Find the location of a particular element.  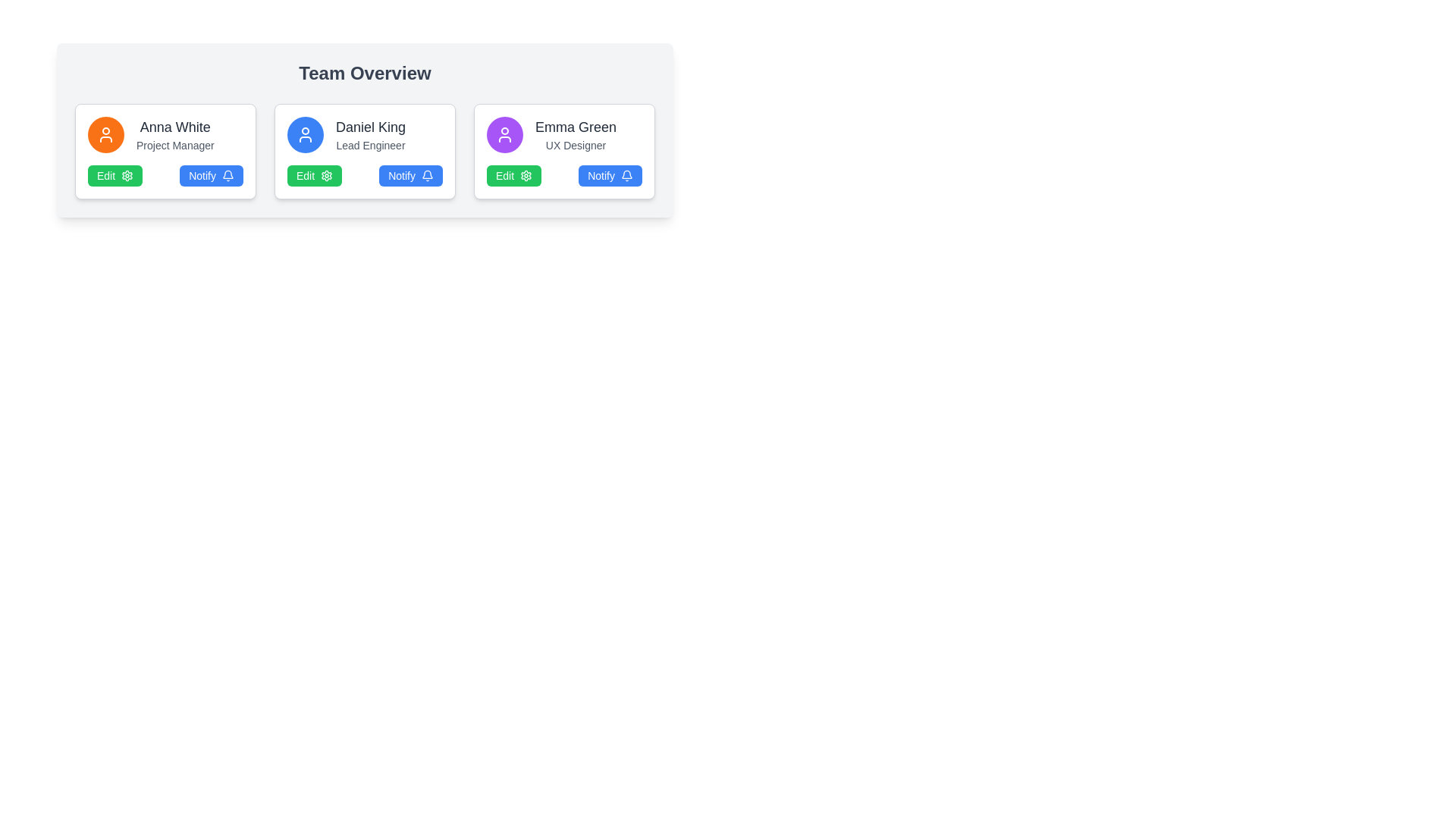

the editing button located beneath the 'Daniel King' card in the center column is located at coordinates (314, 174).